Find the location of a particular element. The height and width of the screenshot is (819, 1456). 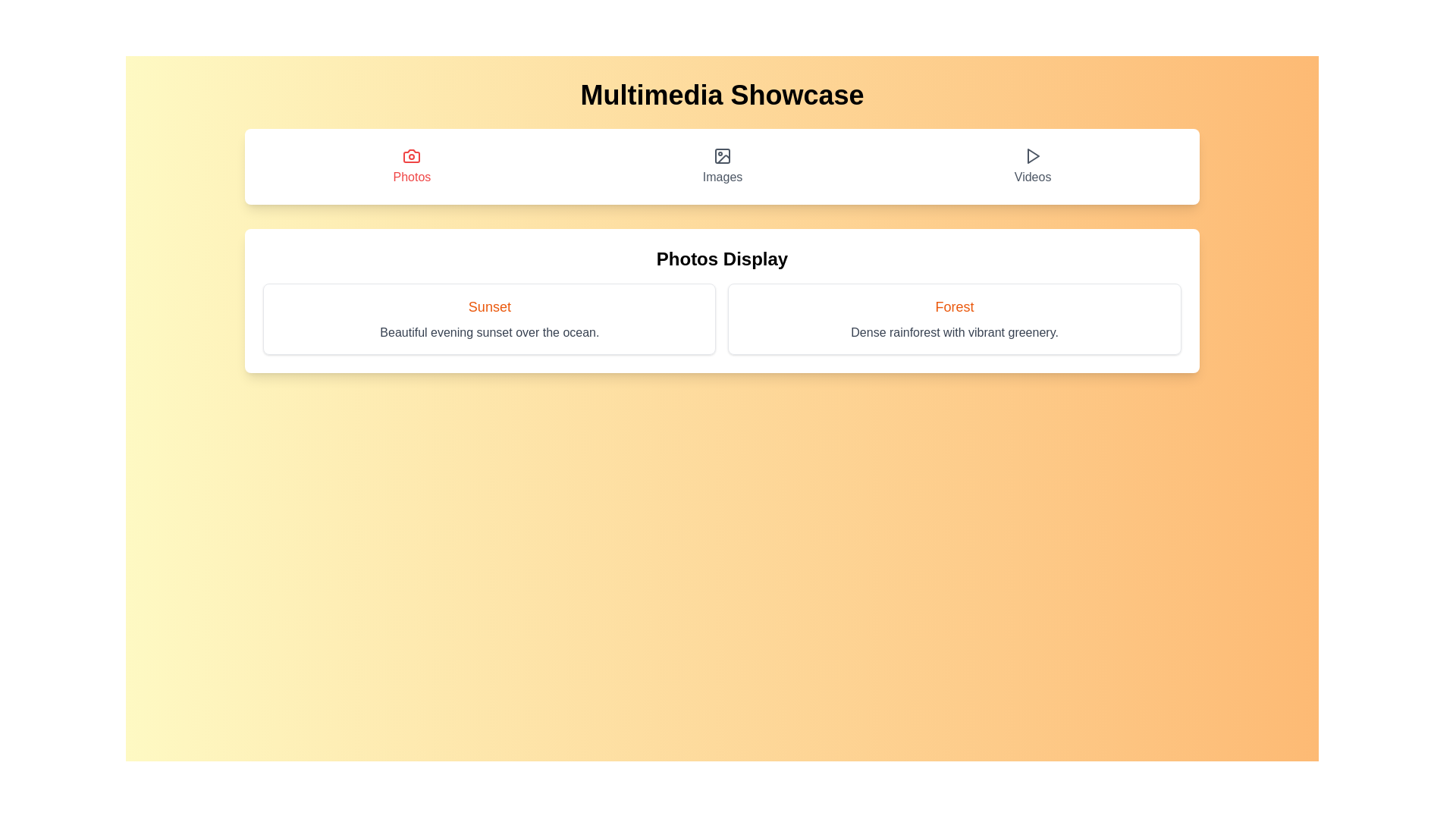

the play icon located to the right of the 'Videos' text label in the top navigation bar is located at coordinates (1033, 155).